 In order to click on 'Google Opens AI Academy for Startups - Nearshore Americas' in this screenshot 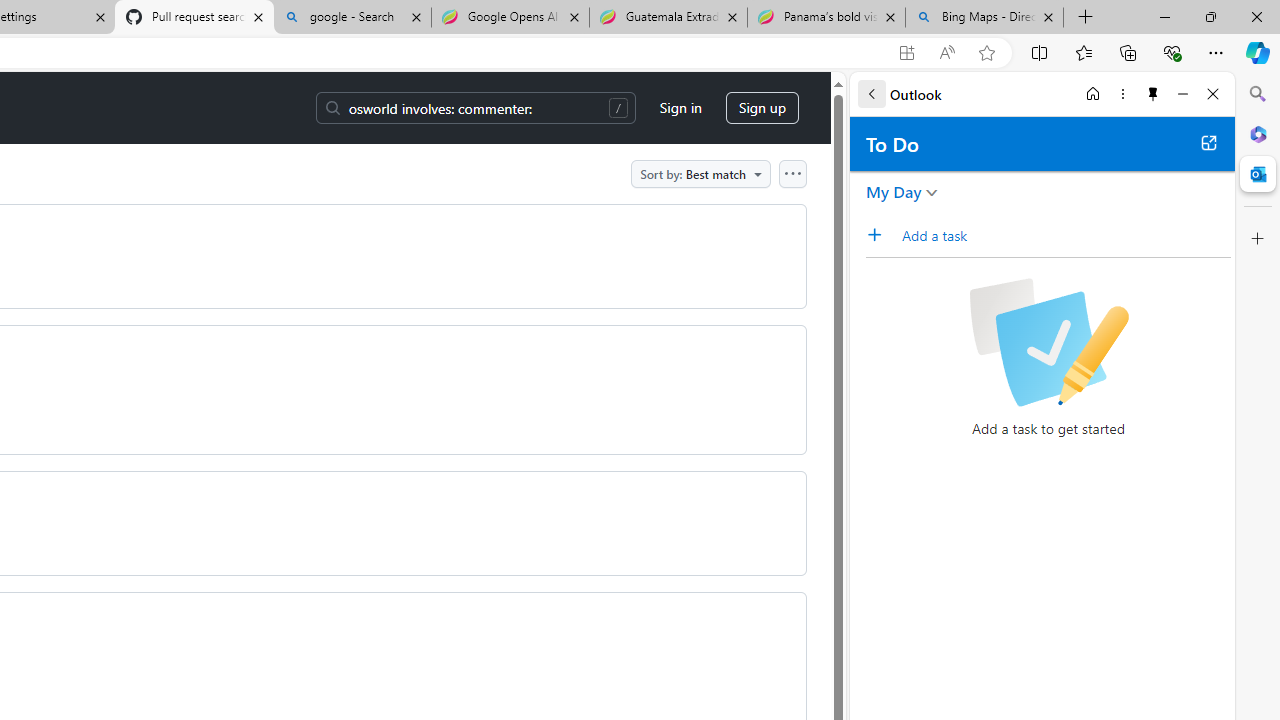, I will do `click(510, 17)`.